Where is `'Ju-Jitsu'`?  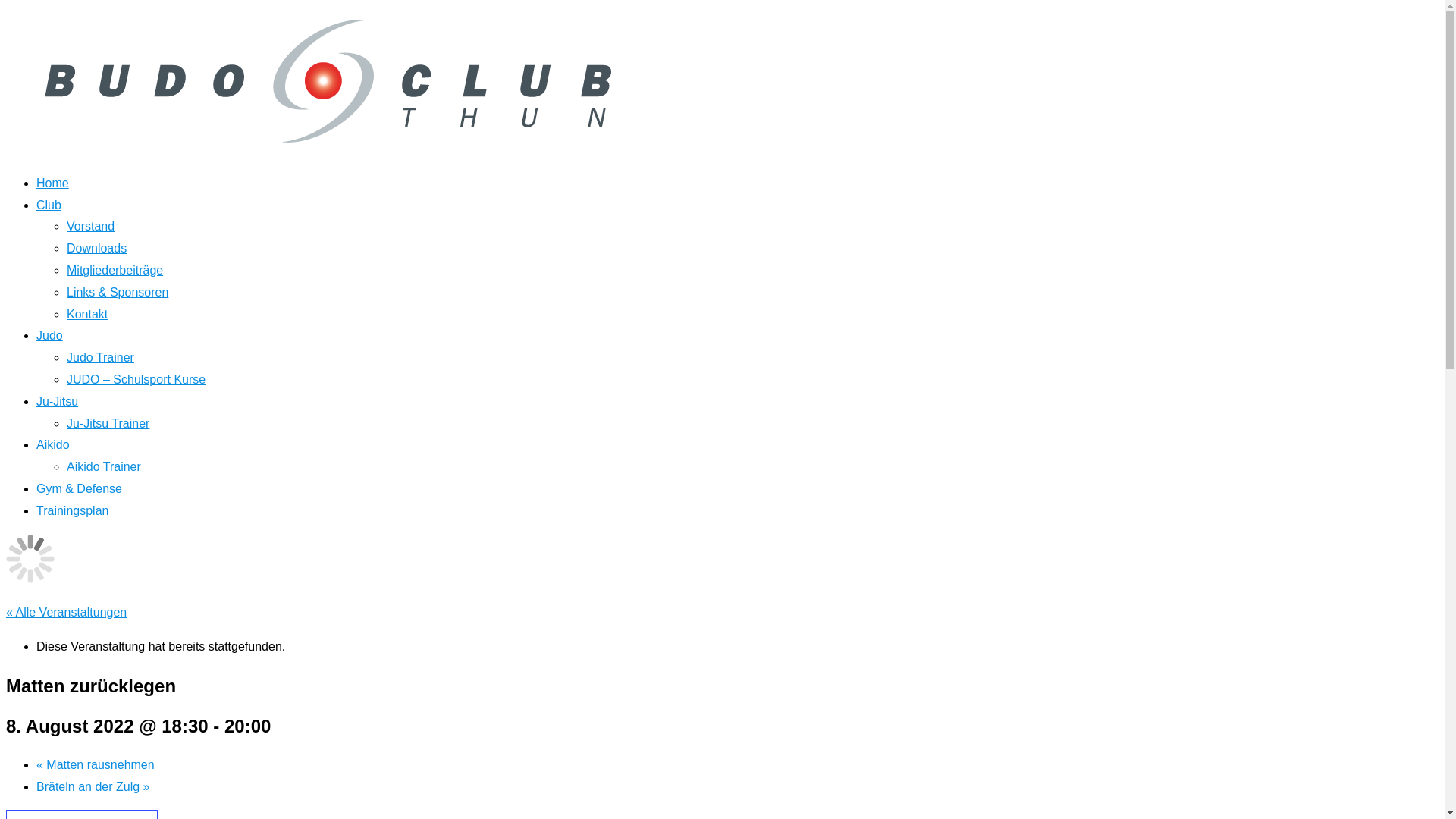 'Ju-Jitsu' is located at coordinates (57, 400).